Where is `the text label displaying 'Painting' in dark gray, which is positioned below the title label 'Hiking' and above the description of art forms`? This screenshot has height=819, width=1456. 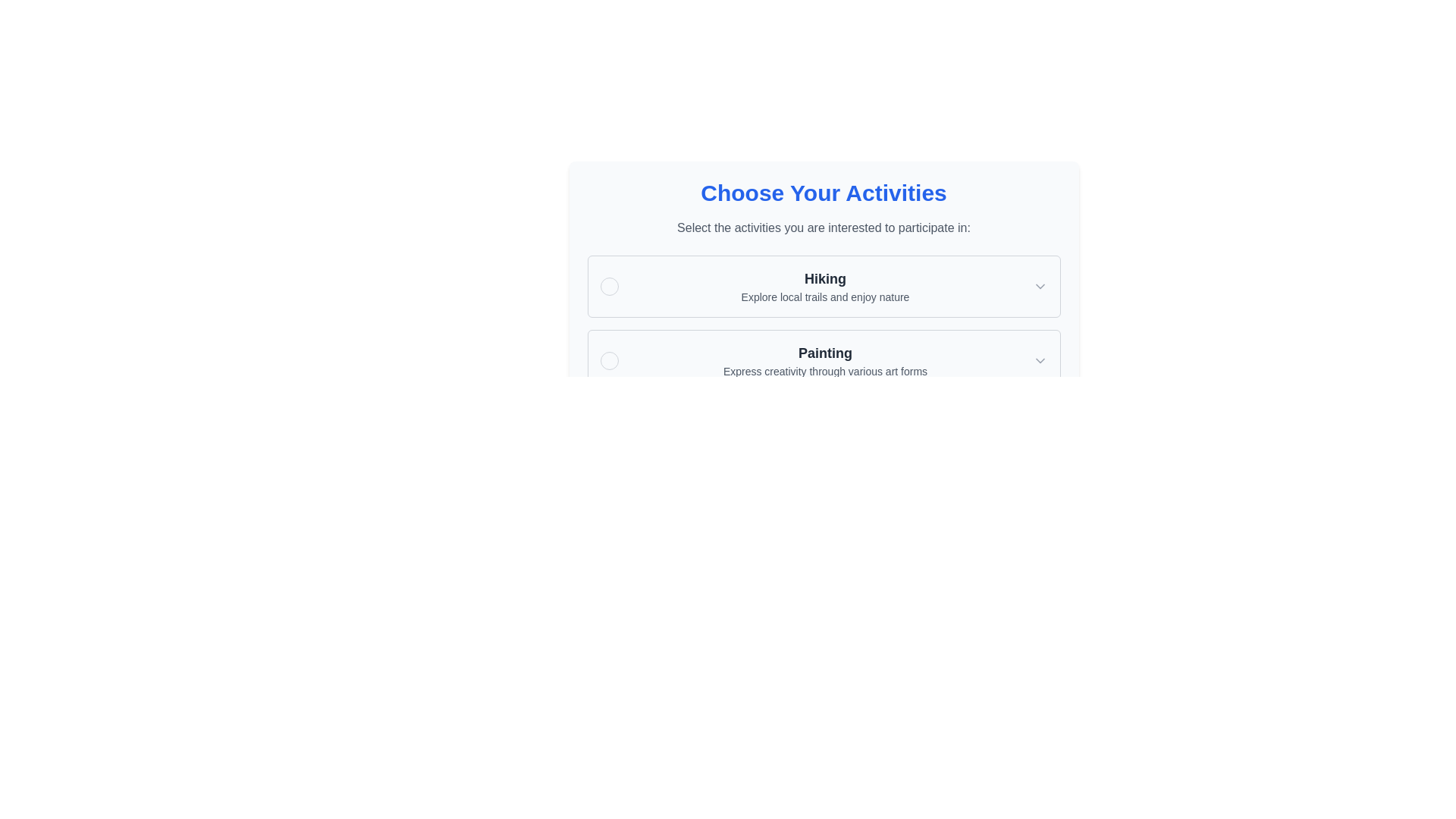 the text label displaying 'Painting' in dark gray, which is positioned below the title label 'Hiking' and above the description of art forms is located at coordinates (824, 353).